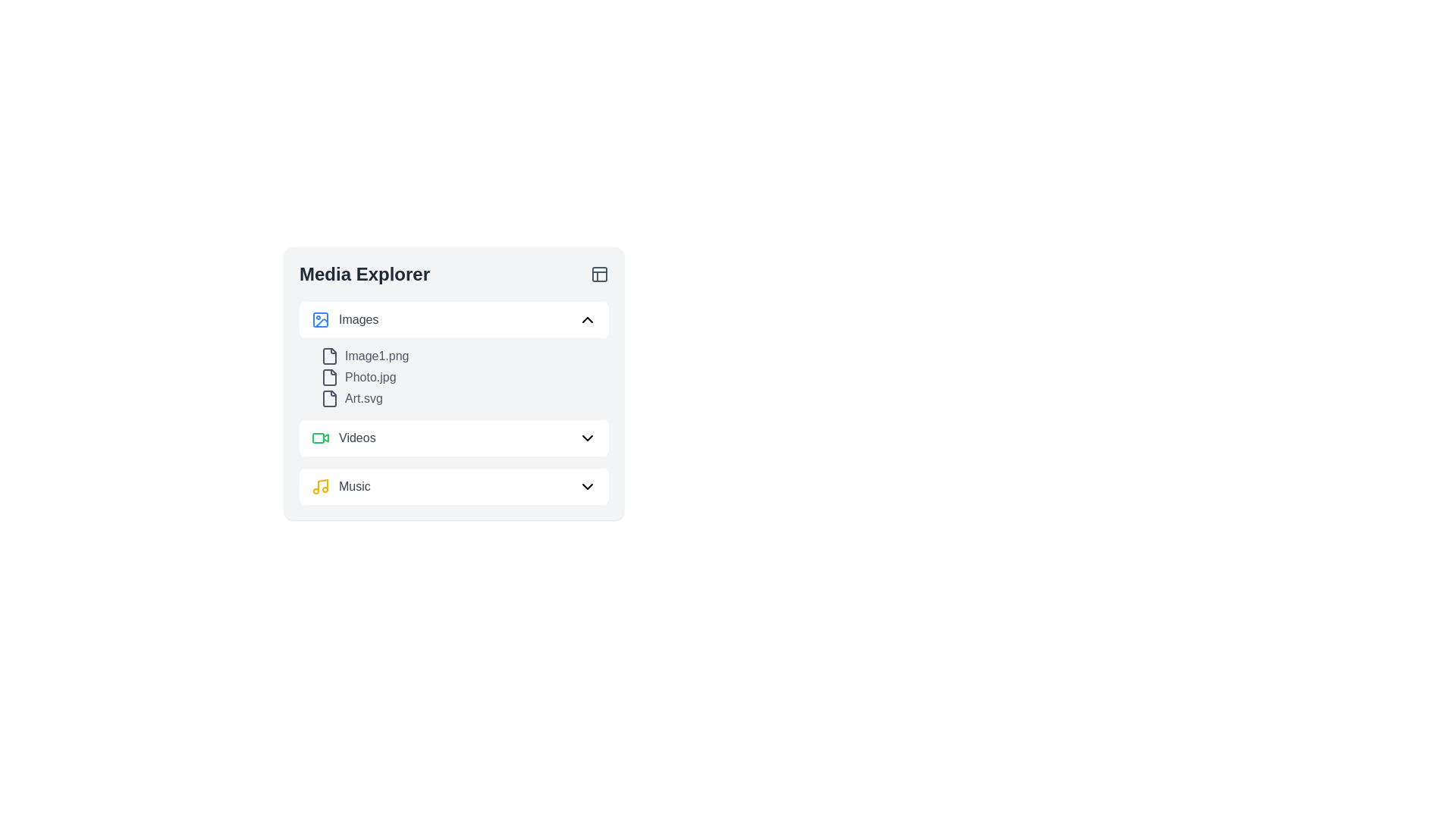 The width and height of the screenshot is (1456, 819). I want to click on the 'Music' text and icon combination in the second entry of the vertical list within the 'Media Explorer' section, so click(340, 486).